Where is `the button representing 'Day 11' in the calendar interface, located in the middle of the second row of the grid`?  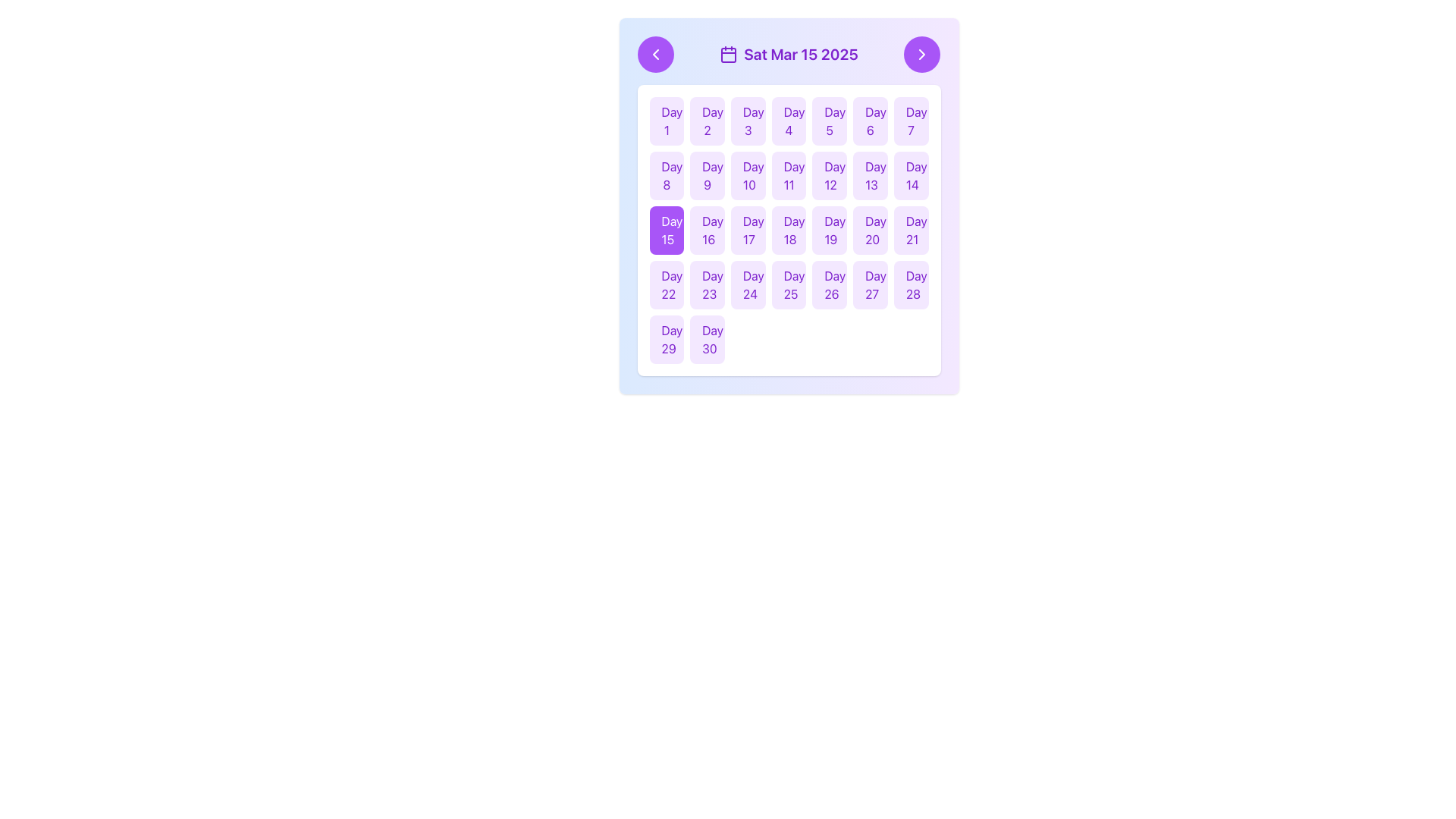 the button representing 'Day 11' in the calendar interface, located in the middle of the second row of the grid is located at coordinates (789, 174).